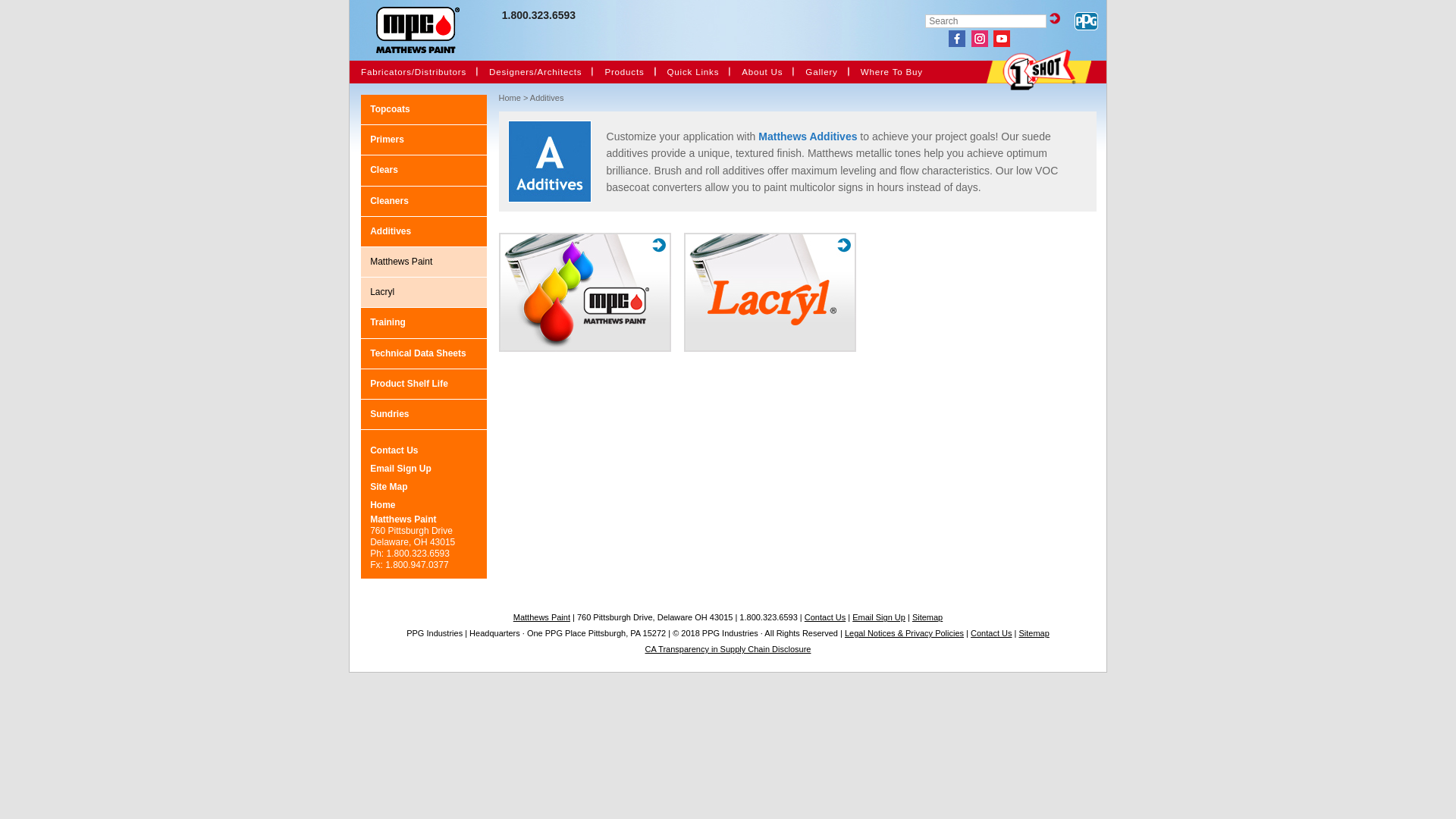  I want to click on 'Sitemap', so click(1033, 632).